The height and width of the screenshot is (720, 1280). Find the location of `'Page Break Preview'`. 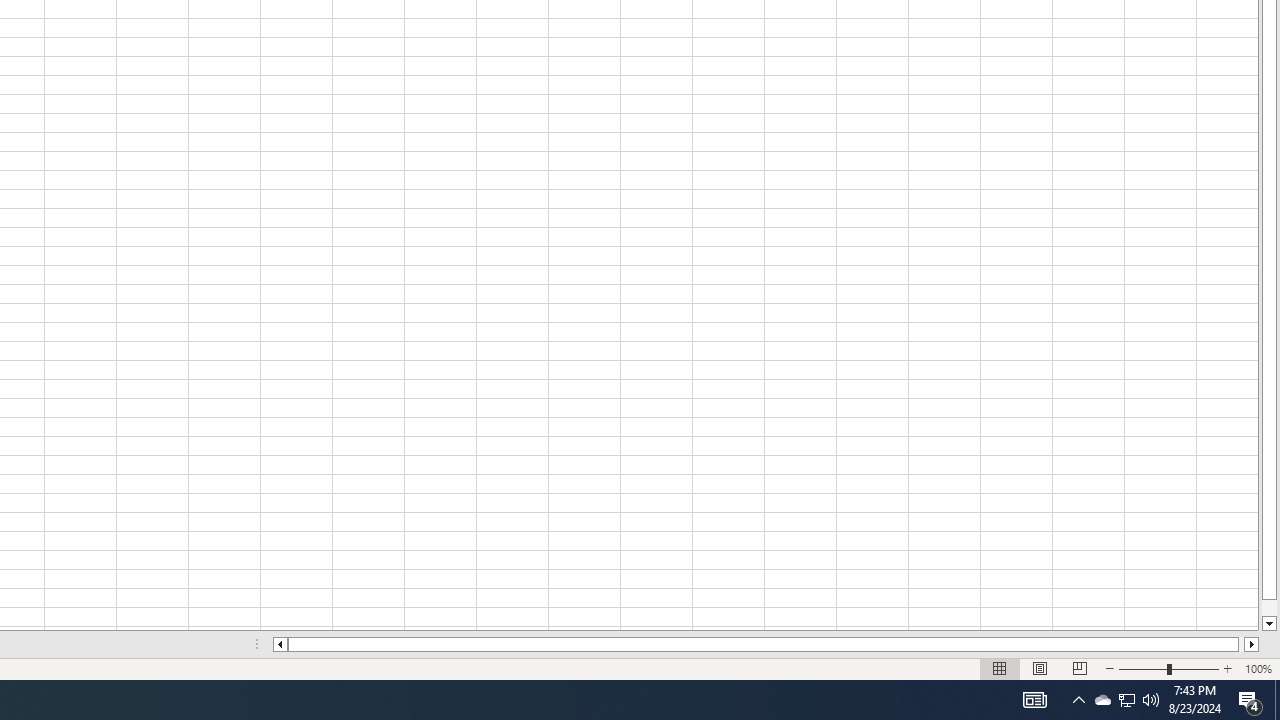

'Page Break Preview' is located at coordinates (1078, 669).